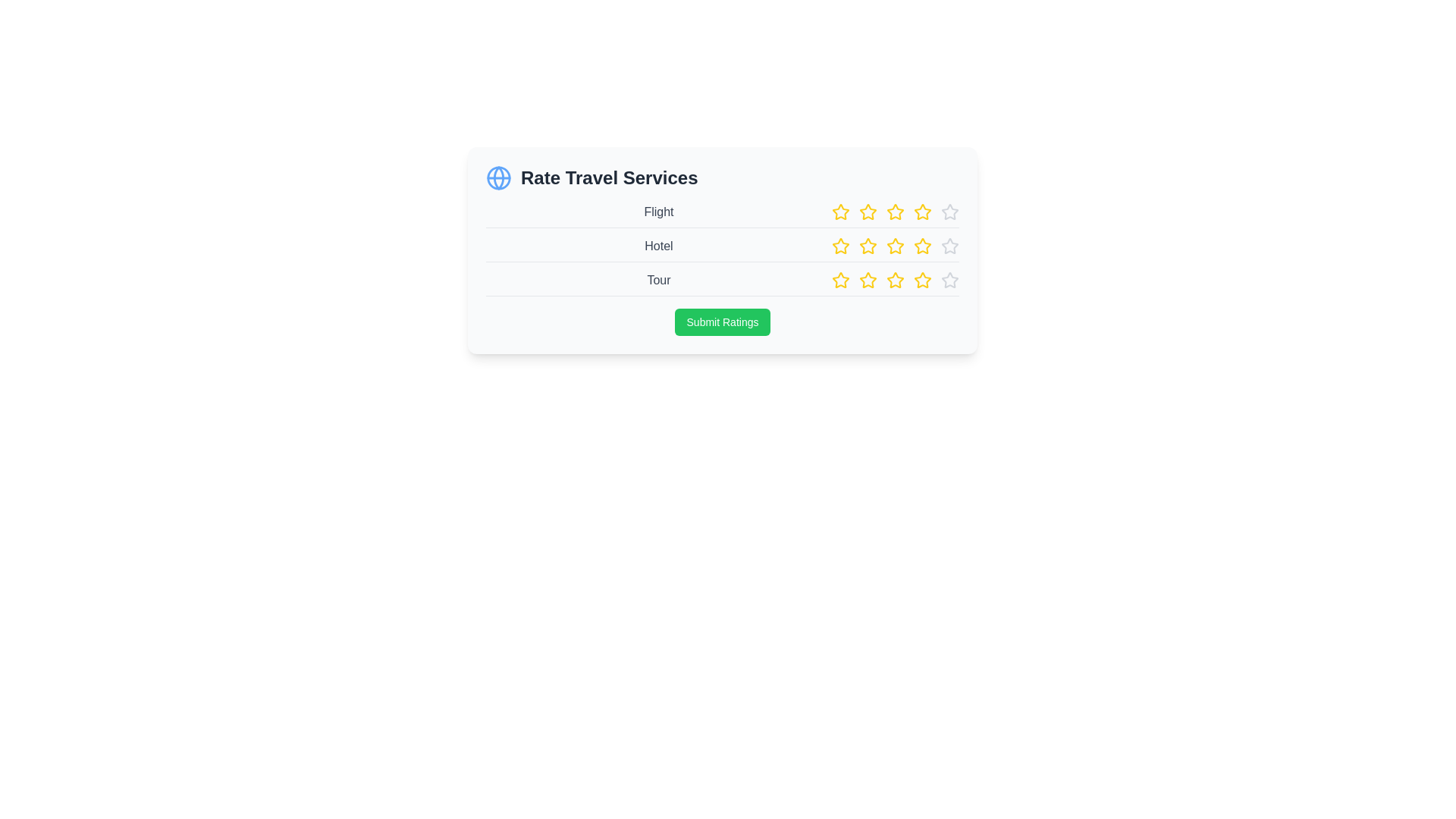 This screenshot has width=1456, height=819. I want to click on the second star in the rating row for 'Flight', so click(839, 212).